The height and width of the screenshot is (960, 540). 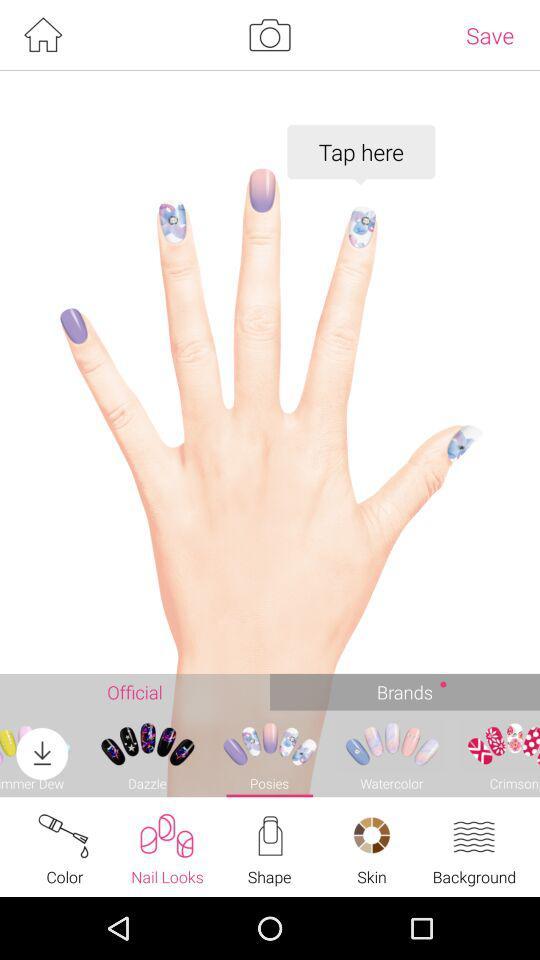 What do you see at coordinates (269, 36) in the screenshot?
I see `the photo icon` at bounding box center [269, 36].